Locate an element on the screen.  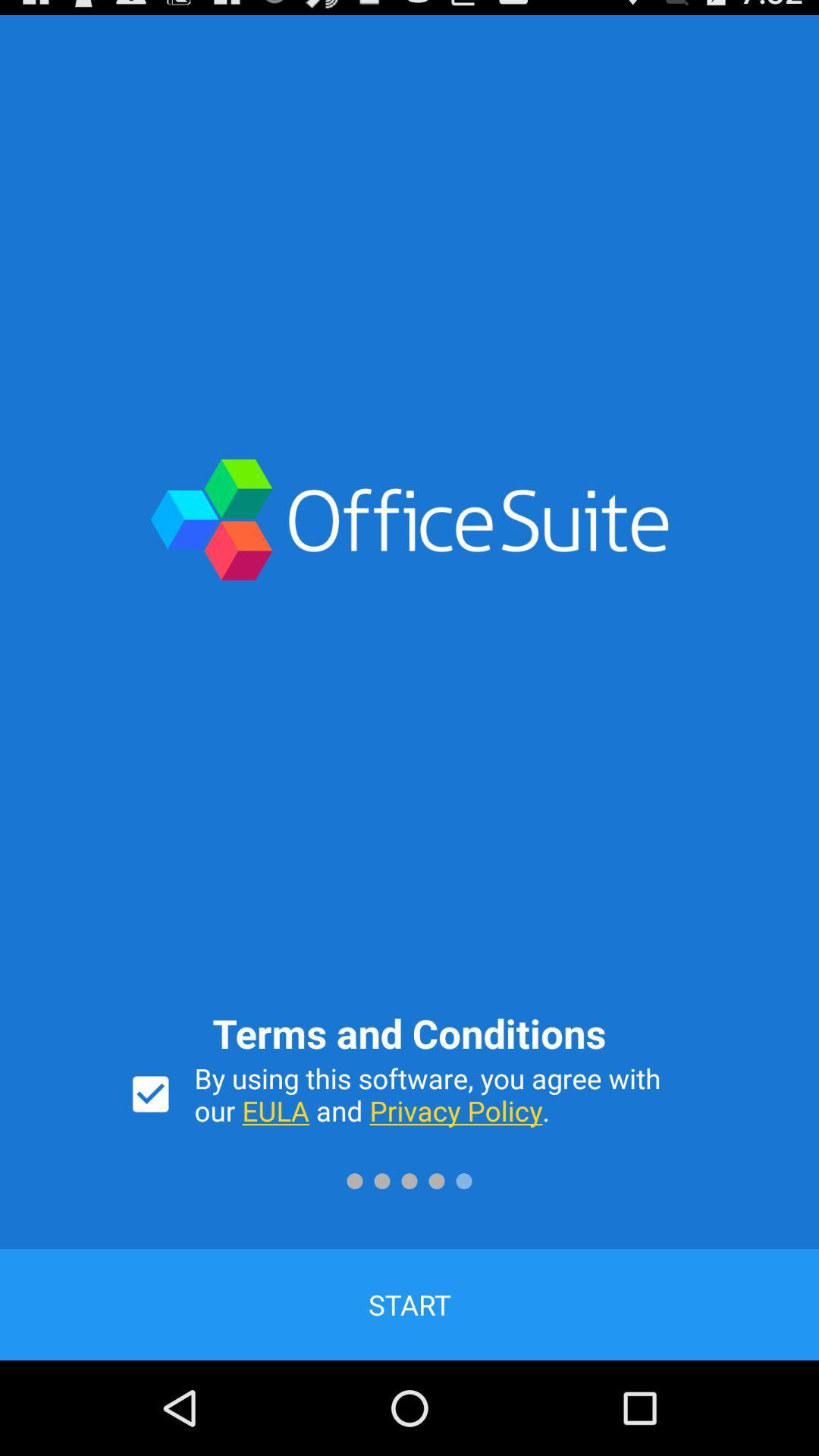
the item to the left of by using this item is located at coordinates (150, 1094).